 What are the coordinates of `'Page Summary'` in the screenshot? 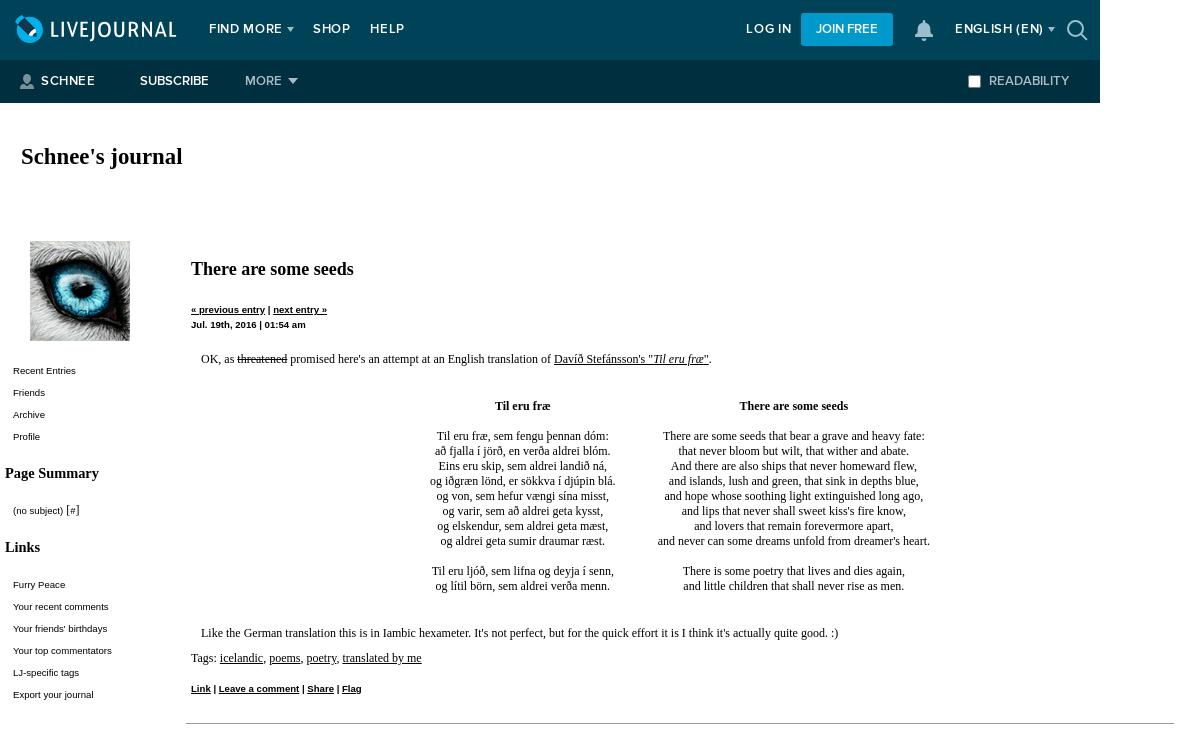 It's located at (51, 471).